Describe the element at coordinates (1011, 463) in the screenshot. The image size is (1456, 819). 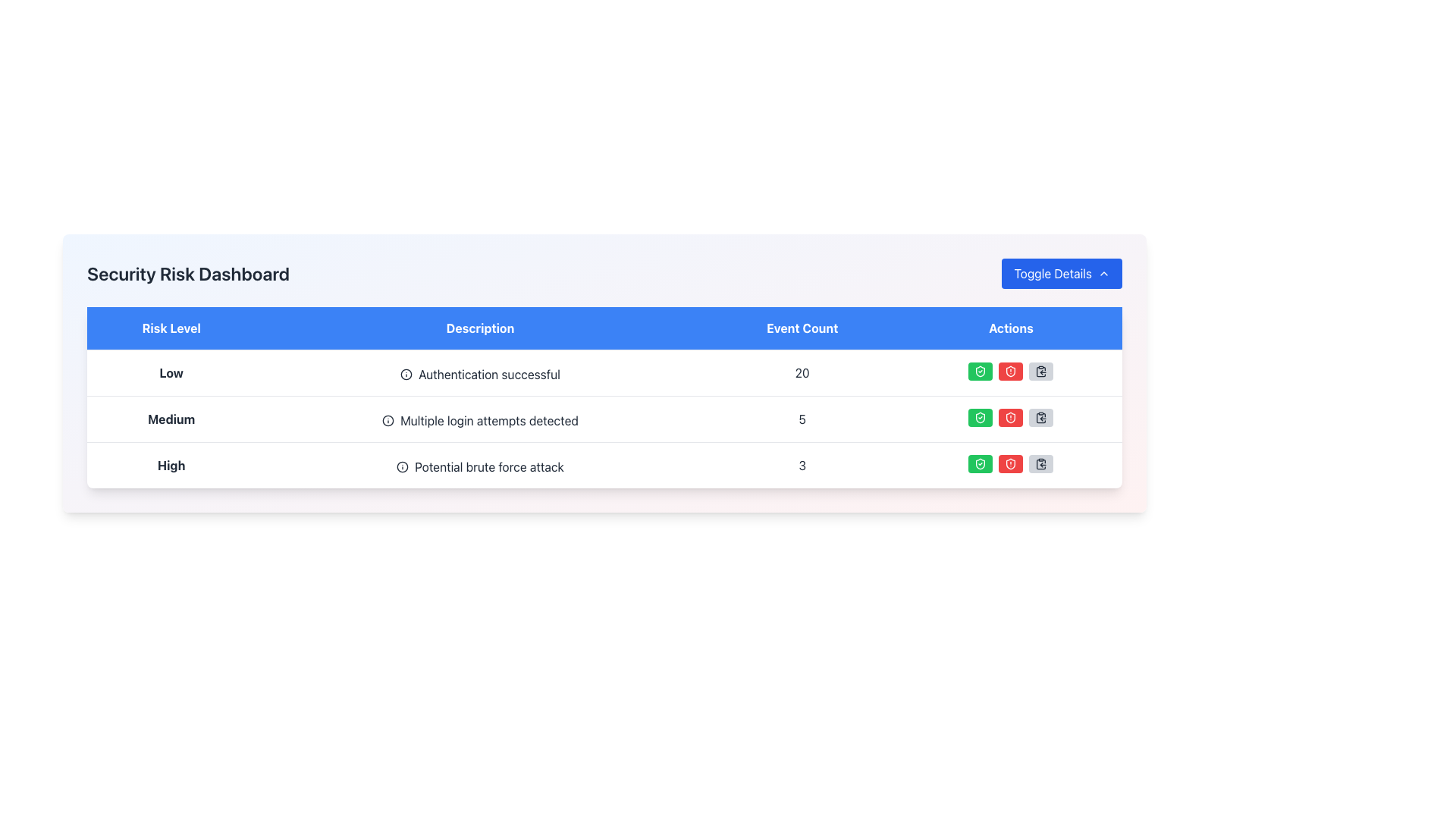
I see `the red button in the Button Group located in the 'Actions' column of the table for 'High' risk level to reject` at that location.